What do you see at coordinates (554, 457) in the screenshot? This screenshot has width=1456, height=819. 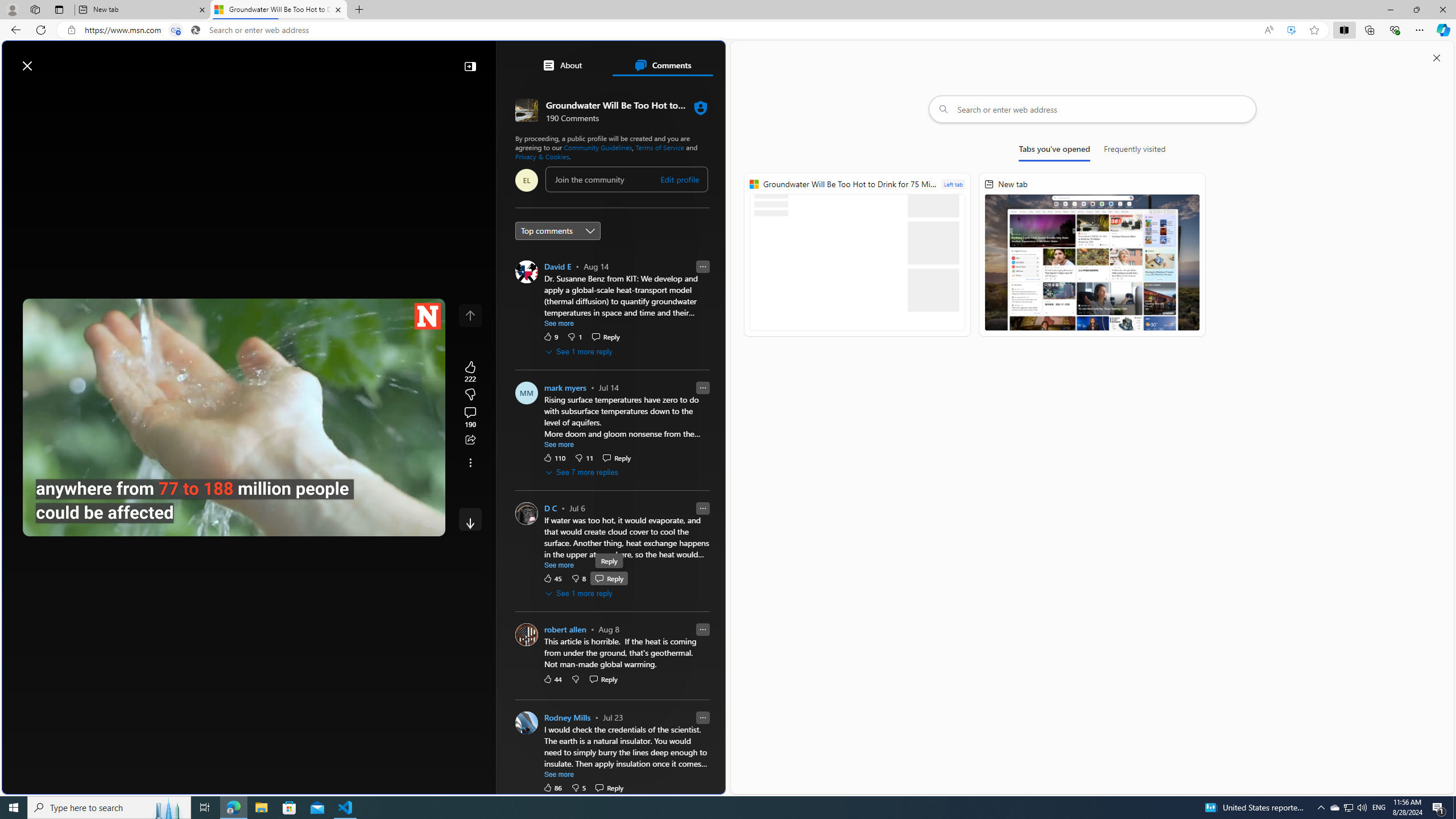 I see `'110 Like'` at bounding box center [554, 457].